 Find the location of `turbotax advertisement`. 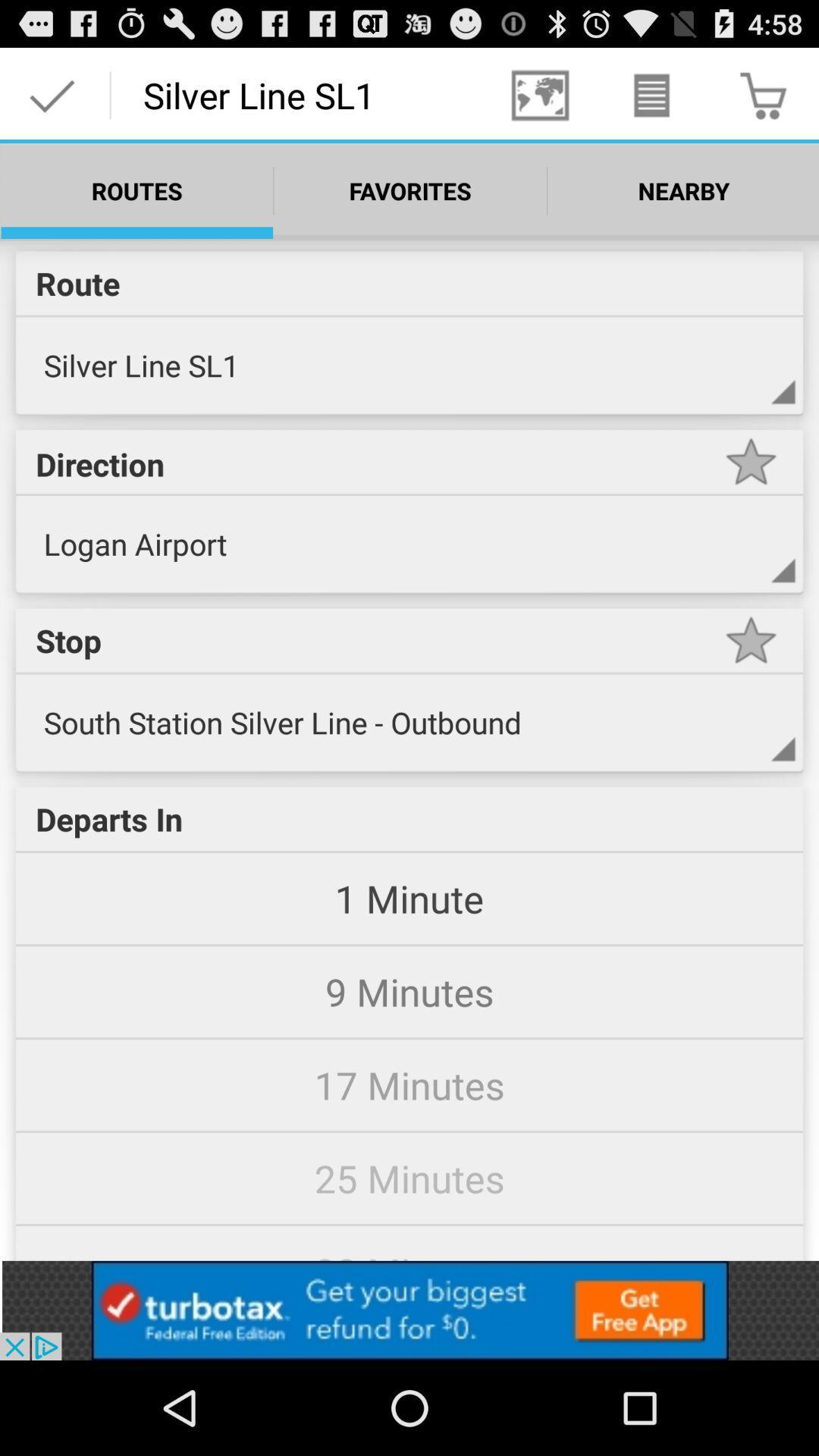

turbotax advertisement is located at coordinates (409, 1310).